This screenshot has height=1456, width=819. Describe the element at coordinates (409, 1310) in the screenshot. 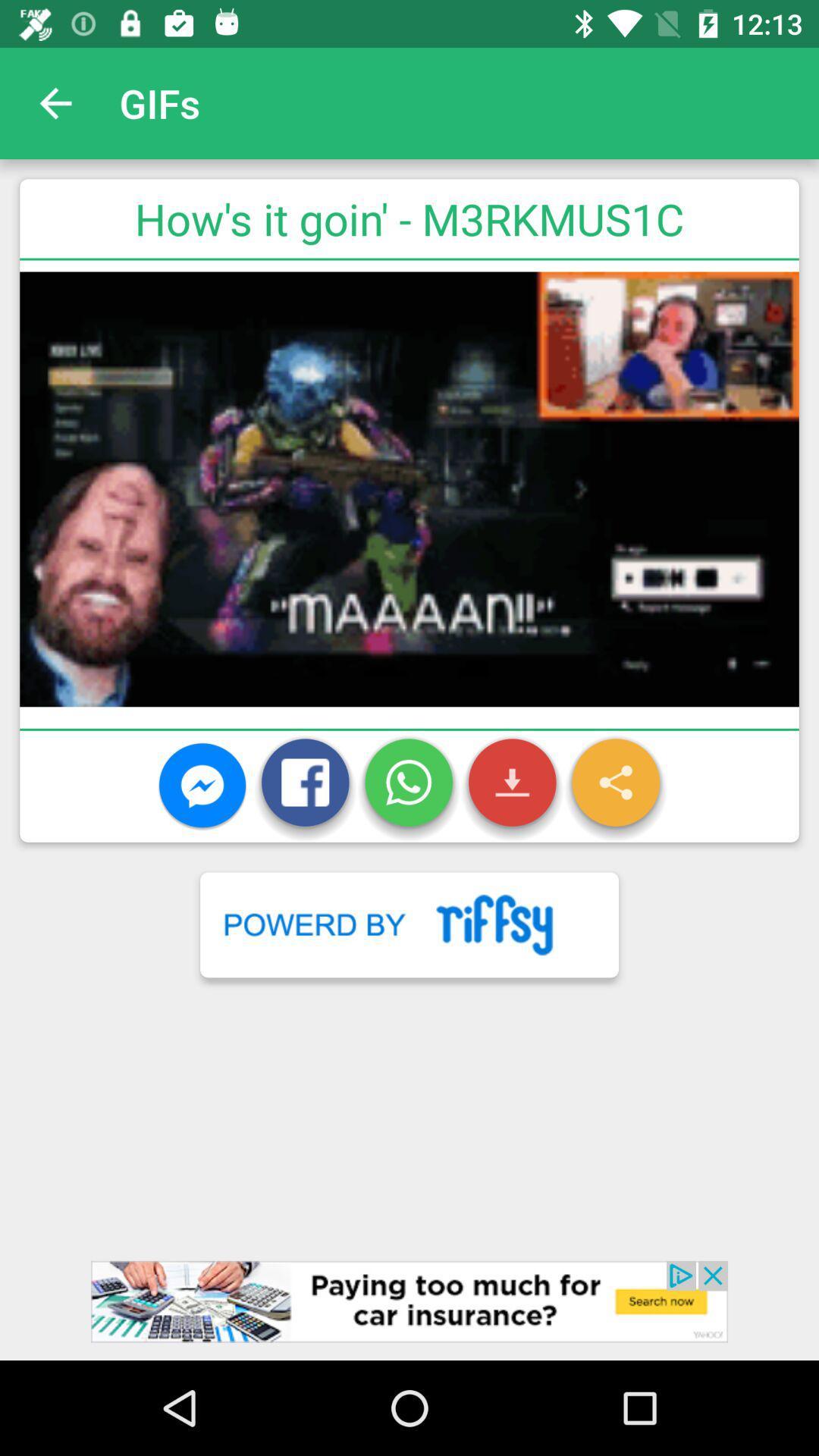

I see `the advertisement` at that location.